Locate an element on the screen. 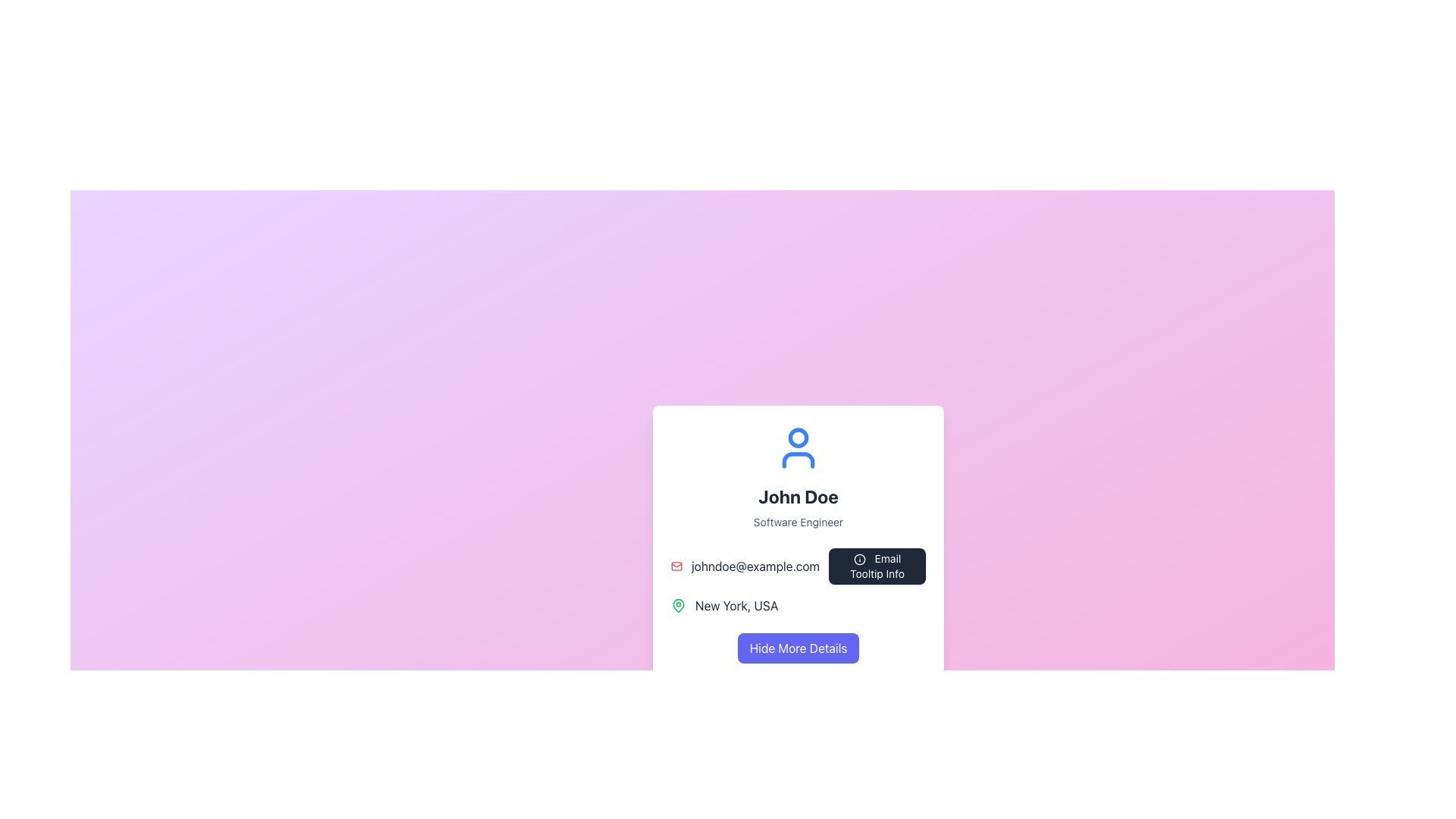 The width and height of the screenshot is (1456, 819). the location marker icon represented as an SVG graphic adjacent to the textual address 'New York, USA' is located at coordinates (677, 604).